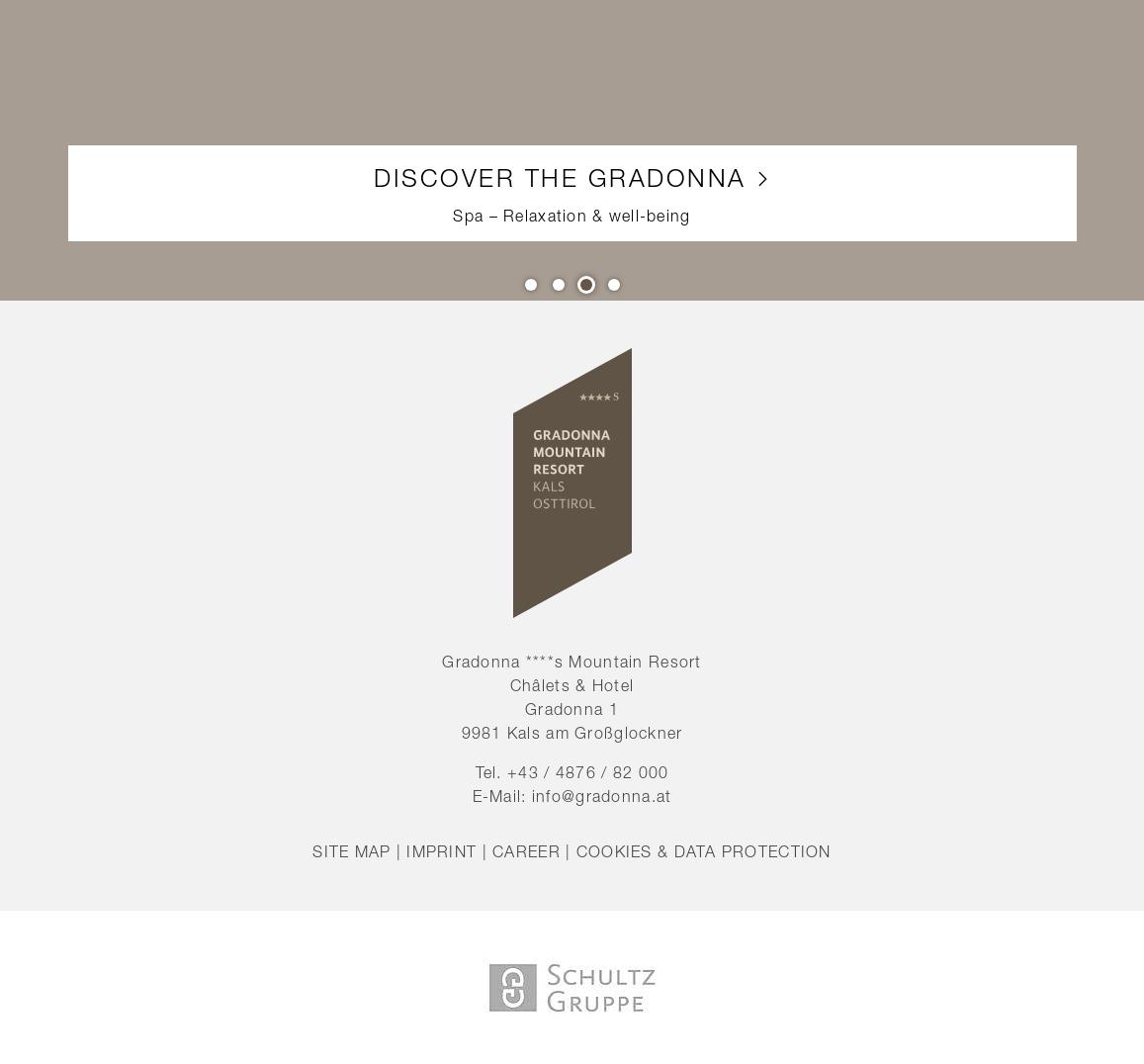  I want to click on 'Cookies & data protection', so click(702, 851).